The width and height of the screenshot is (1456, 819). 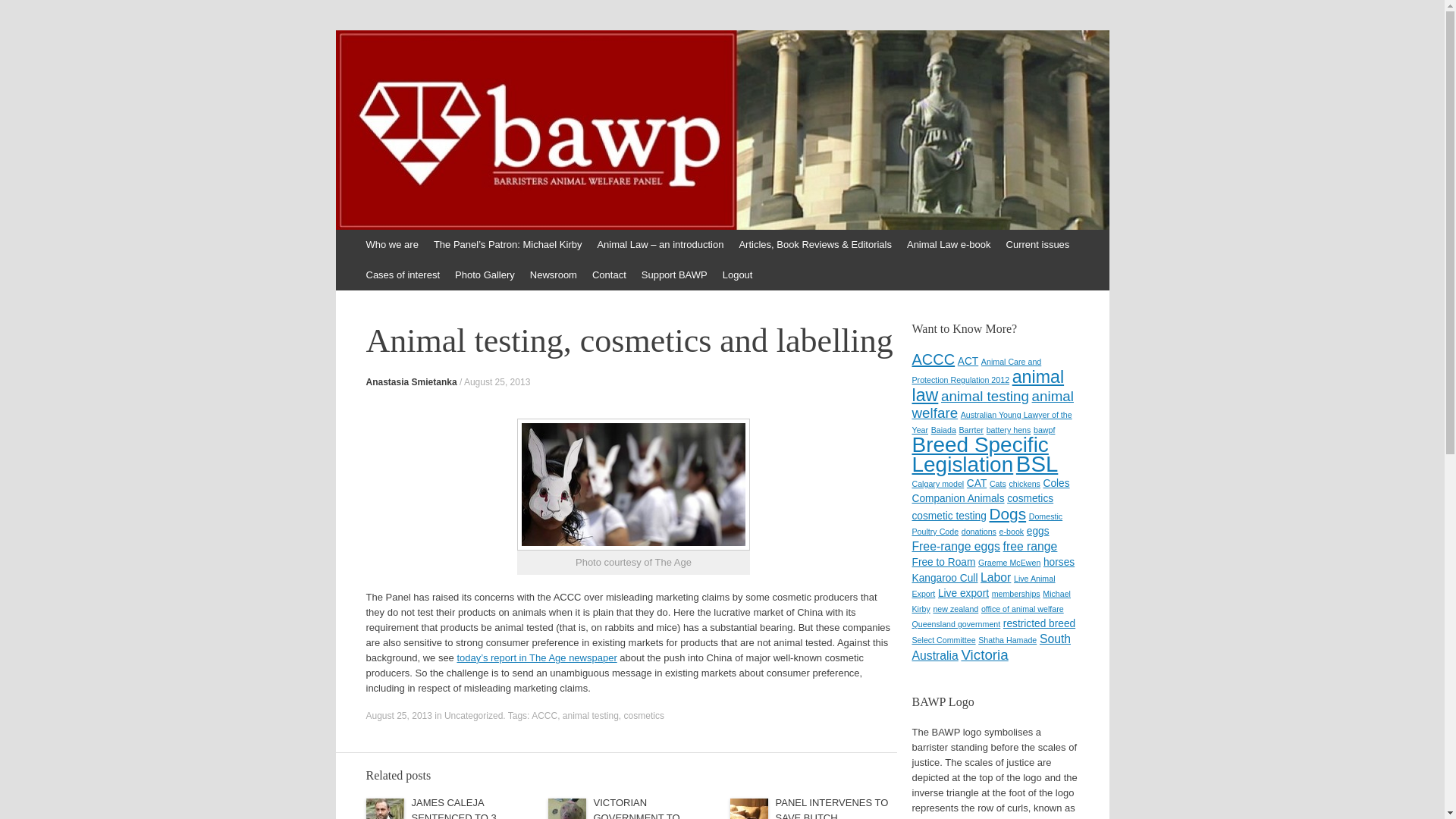 I want to click on 'office of animal welfare', so click(x=1022, y=607).